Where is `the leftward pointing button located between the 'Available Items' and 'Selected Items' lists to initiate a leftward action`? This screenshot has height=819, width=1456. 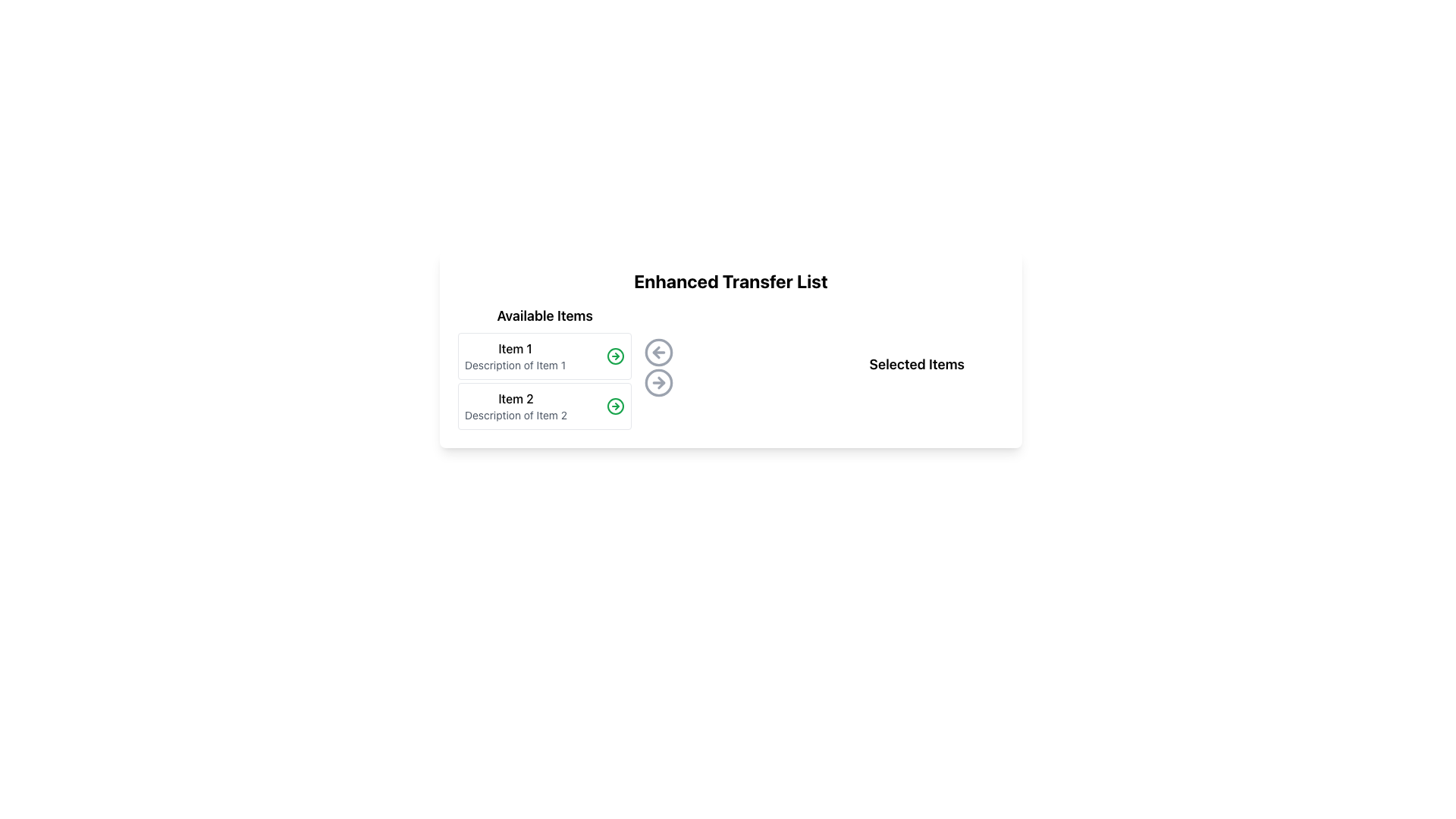 the leftward pointing button located between the 'Available Items' and 'Selected Items' lists to initiate a leftward action is located at coordinates (656, 353).